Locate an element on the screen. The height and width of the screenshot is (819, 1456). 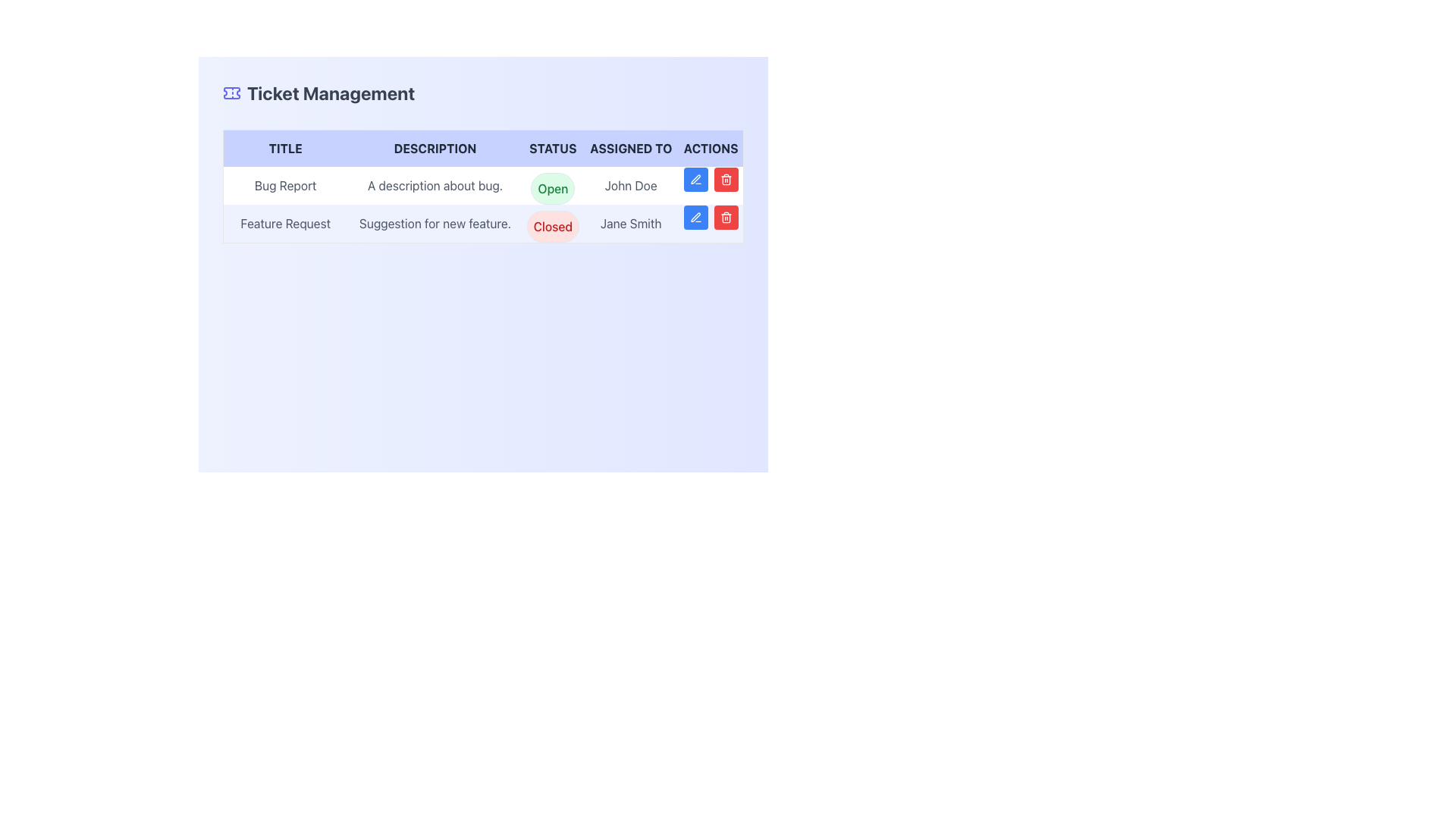
the edit button SVG icon located in the 'Actions' column of the second row in the table is located at coordinates (694, 216).